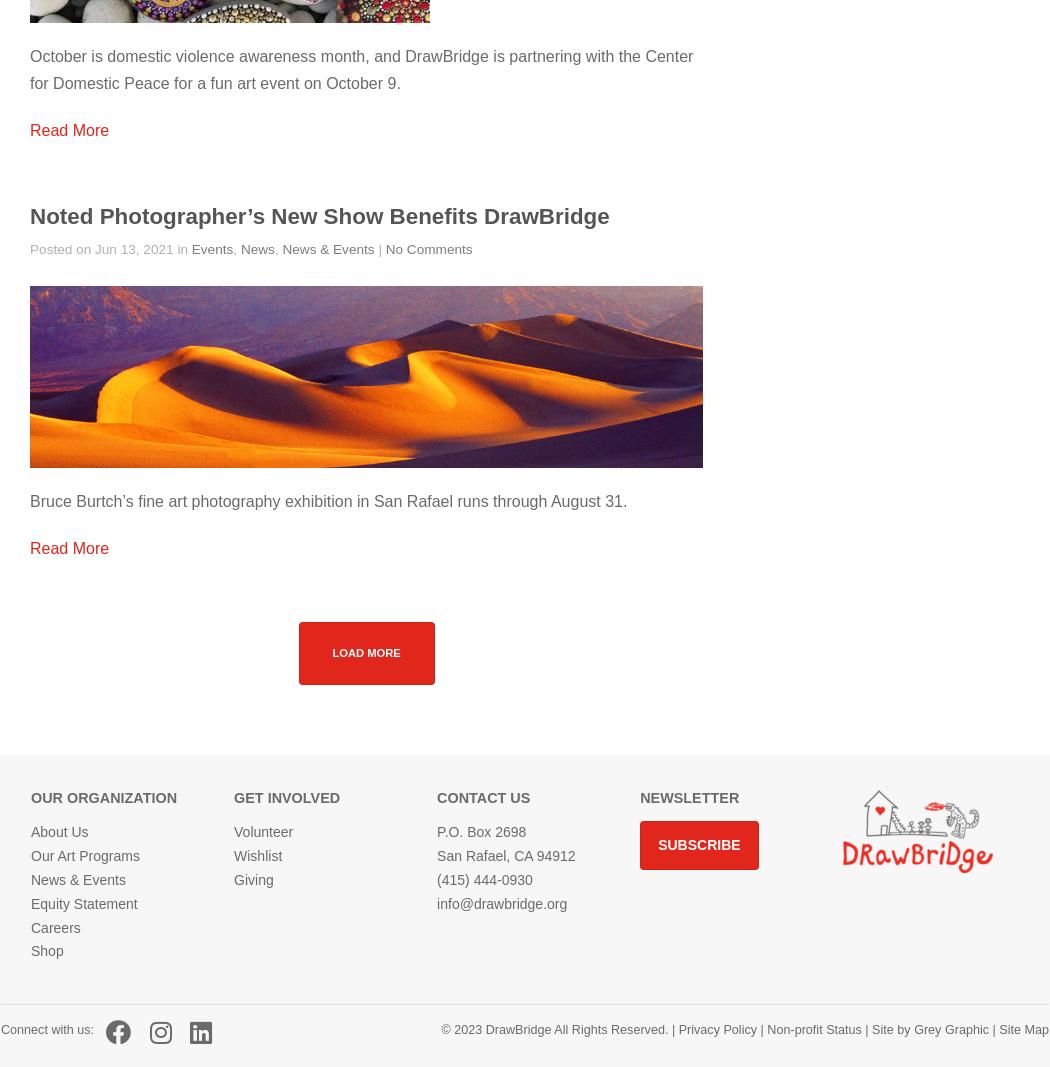  What do you see at coordinates (110, 249) in the screenshot?
I see `'Posted 					
														on Jun 13, 2021							in'` at bounding box center [110, 249].